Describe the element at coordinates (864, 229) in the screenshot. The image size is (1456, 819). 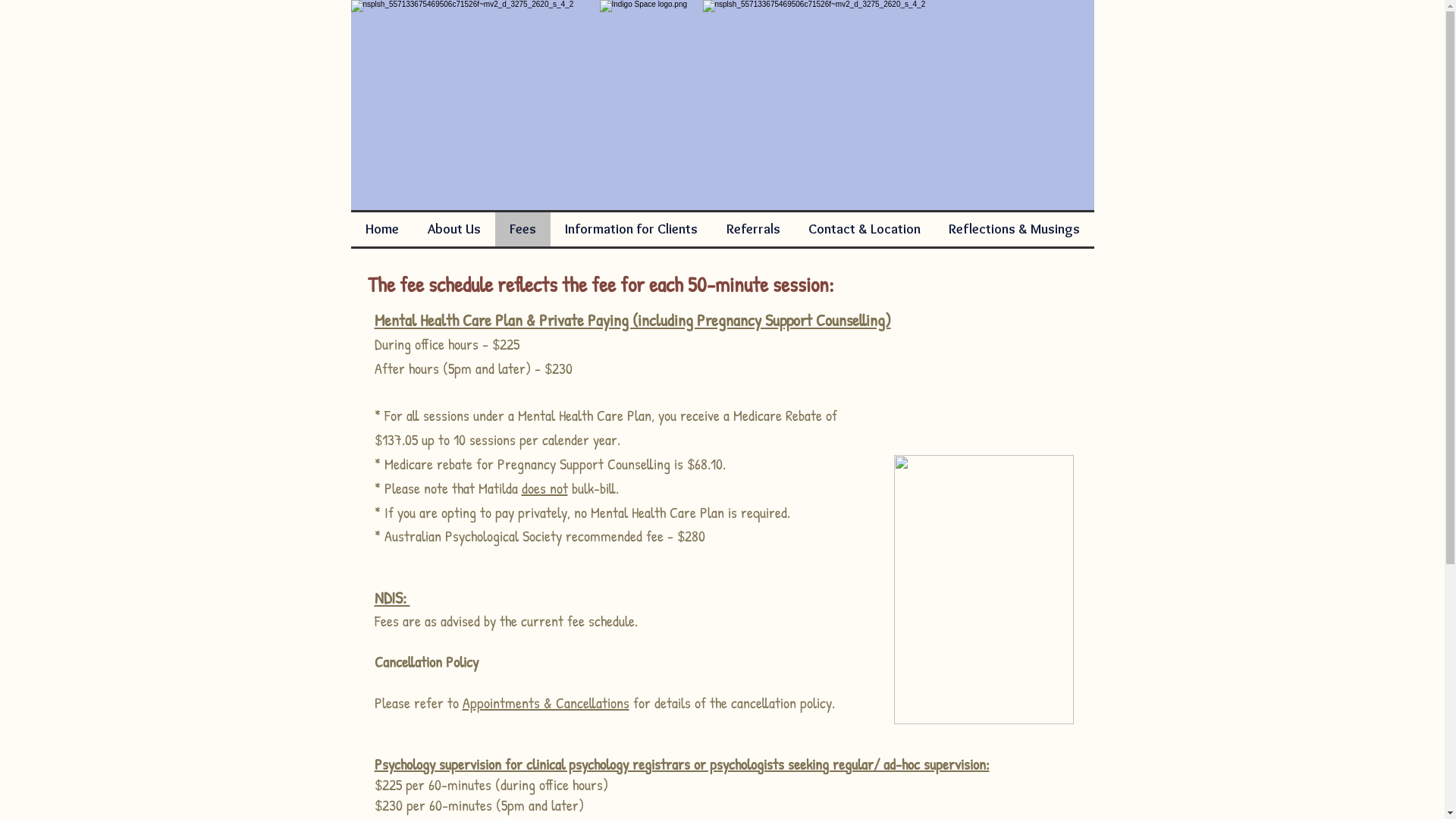
I see `'Contact & Location'` at that location.